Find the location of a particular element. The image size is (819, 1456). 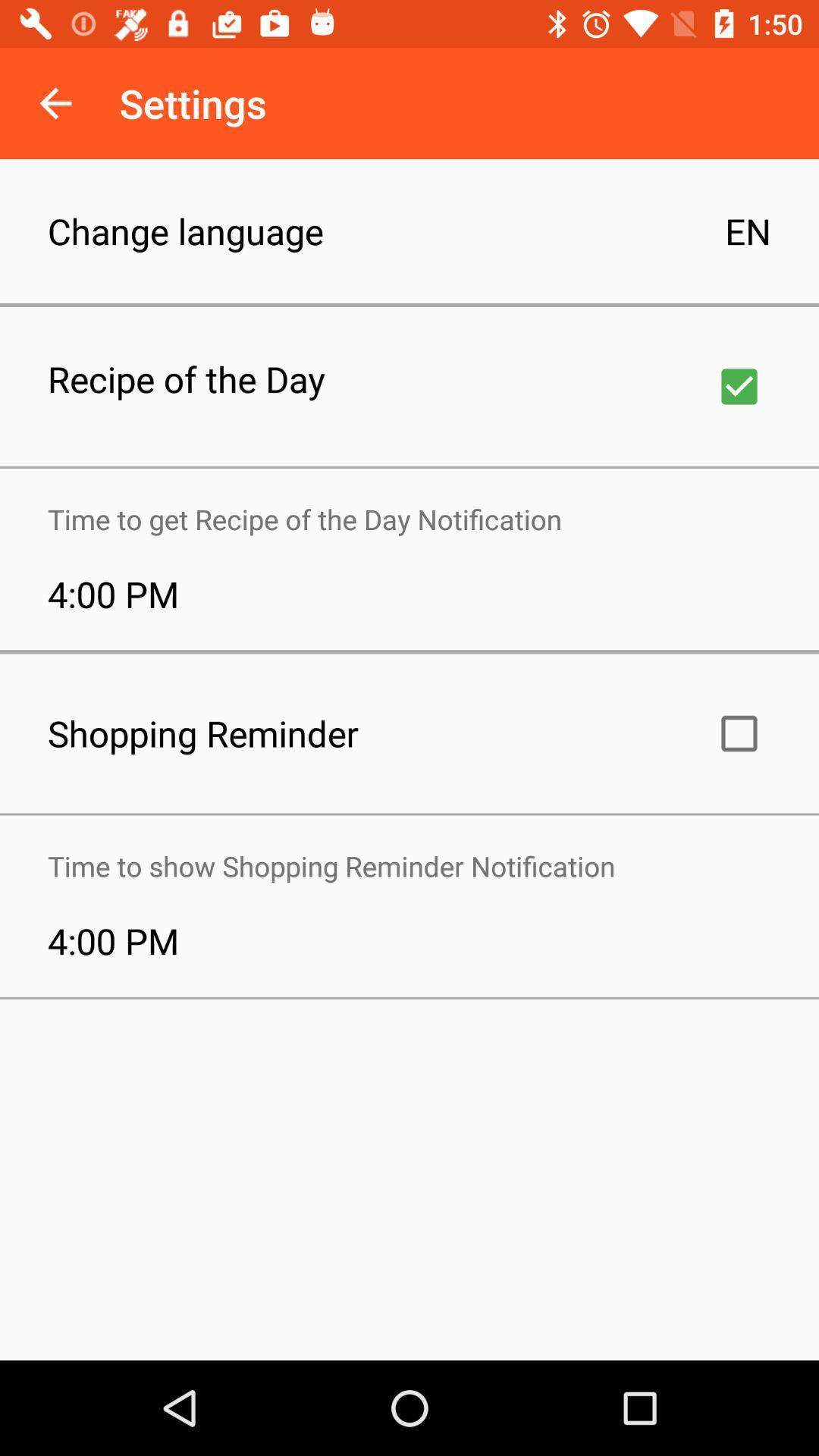

the item to the left of settings item is located at coordinates (55, 102).